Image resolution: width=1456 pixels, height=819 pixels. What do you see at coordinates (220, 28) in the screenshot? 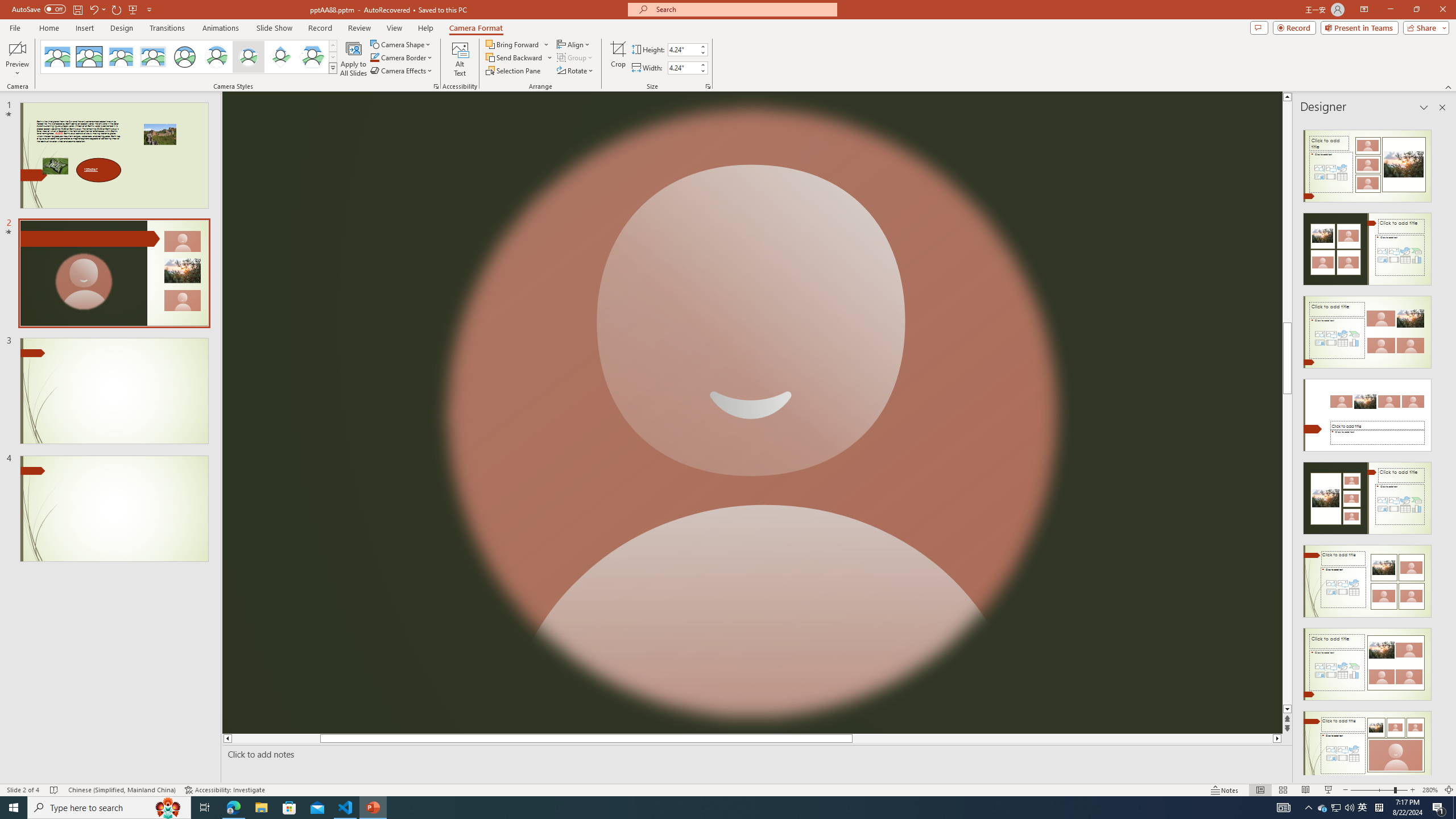
I see `'Animations'` at bounding box center [220, 28].